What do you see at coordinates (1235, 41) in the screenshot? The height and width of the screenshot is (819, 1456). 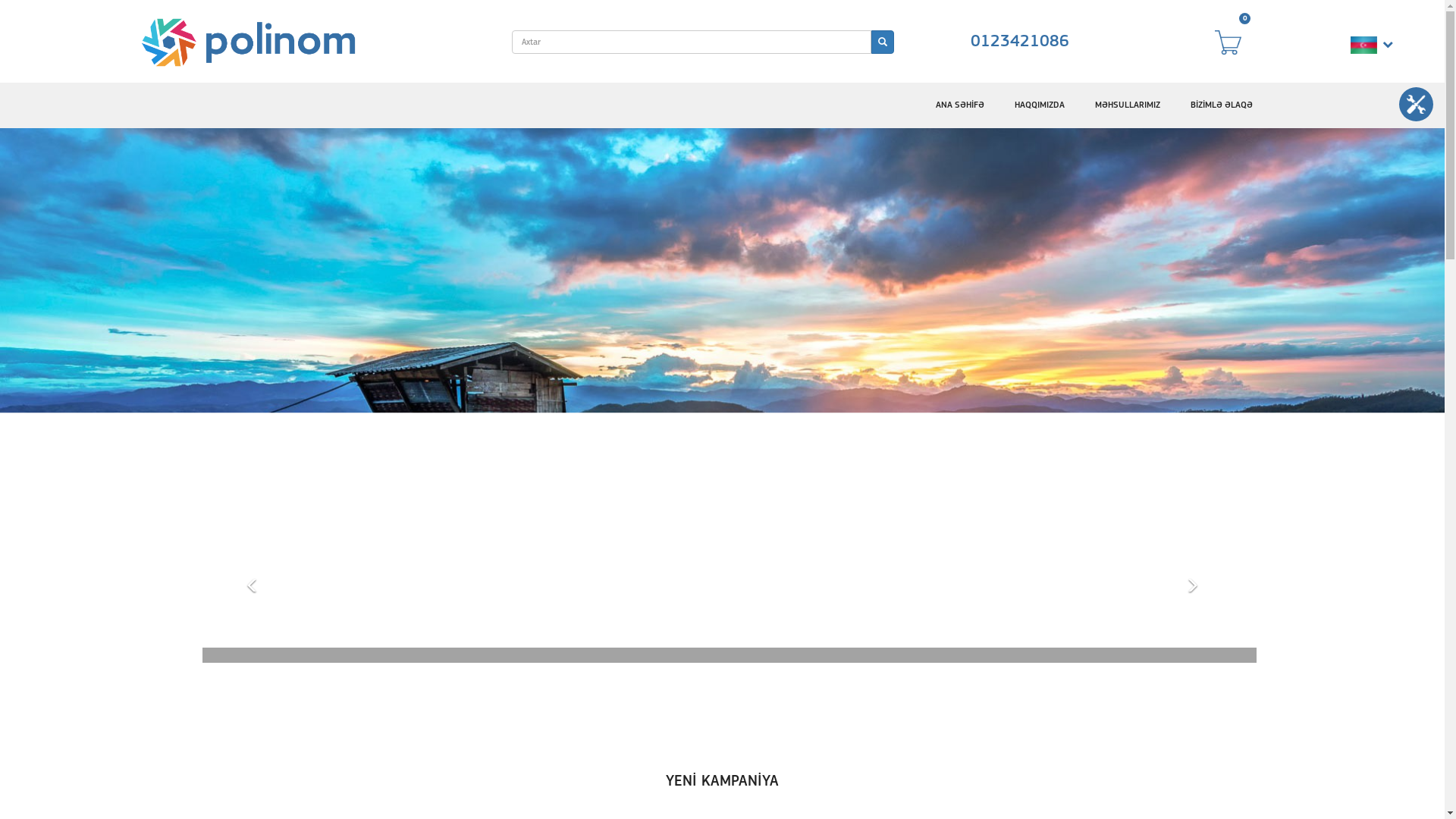 I see `'0'` at bounding box center [1235, 41].